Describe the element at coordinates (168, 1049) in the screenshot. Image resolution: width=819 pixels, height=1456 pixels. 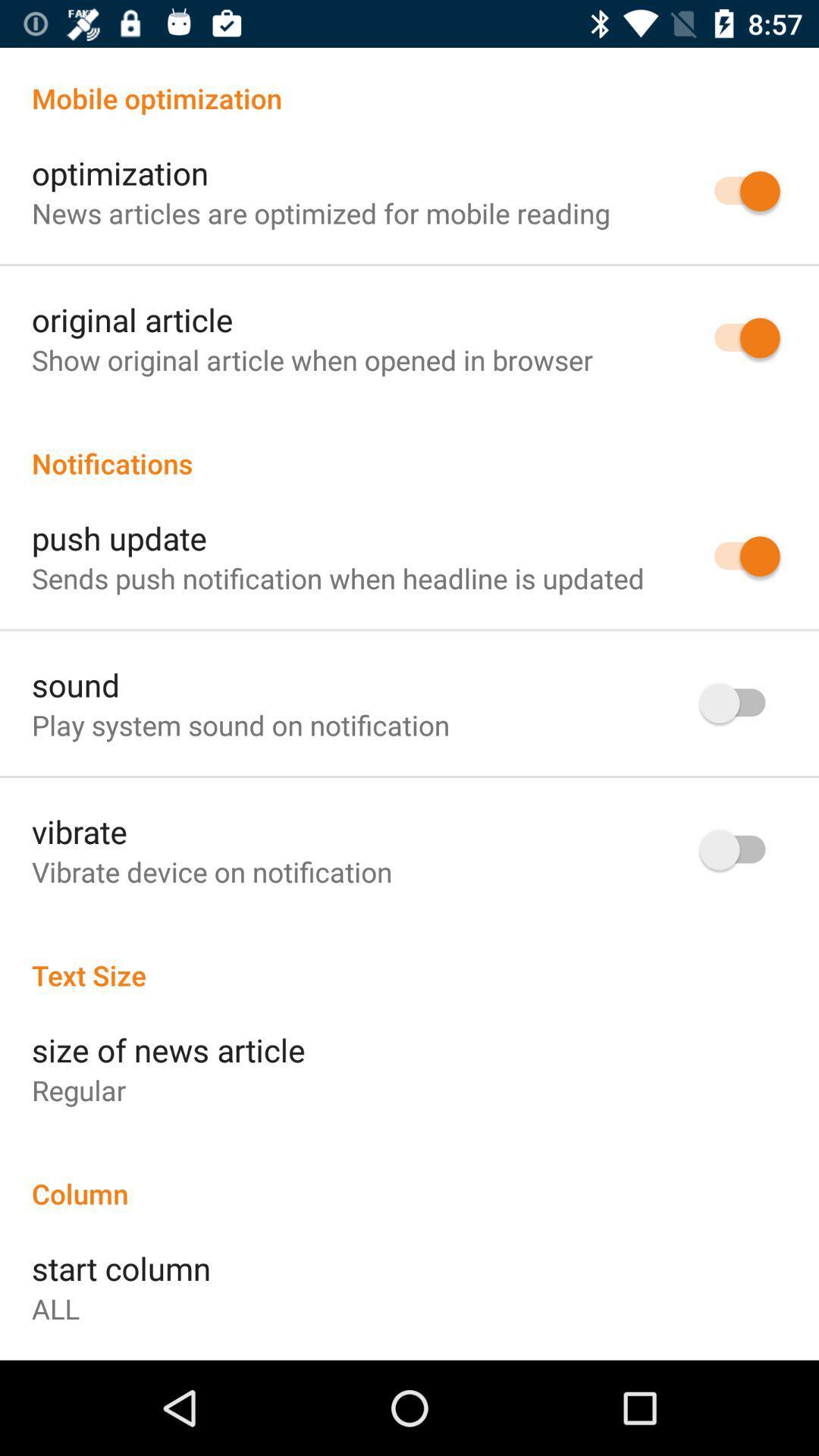
I see `size of news icon` at that location.